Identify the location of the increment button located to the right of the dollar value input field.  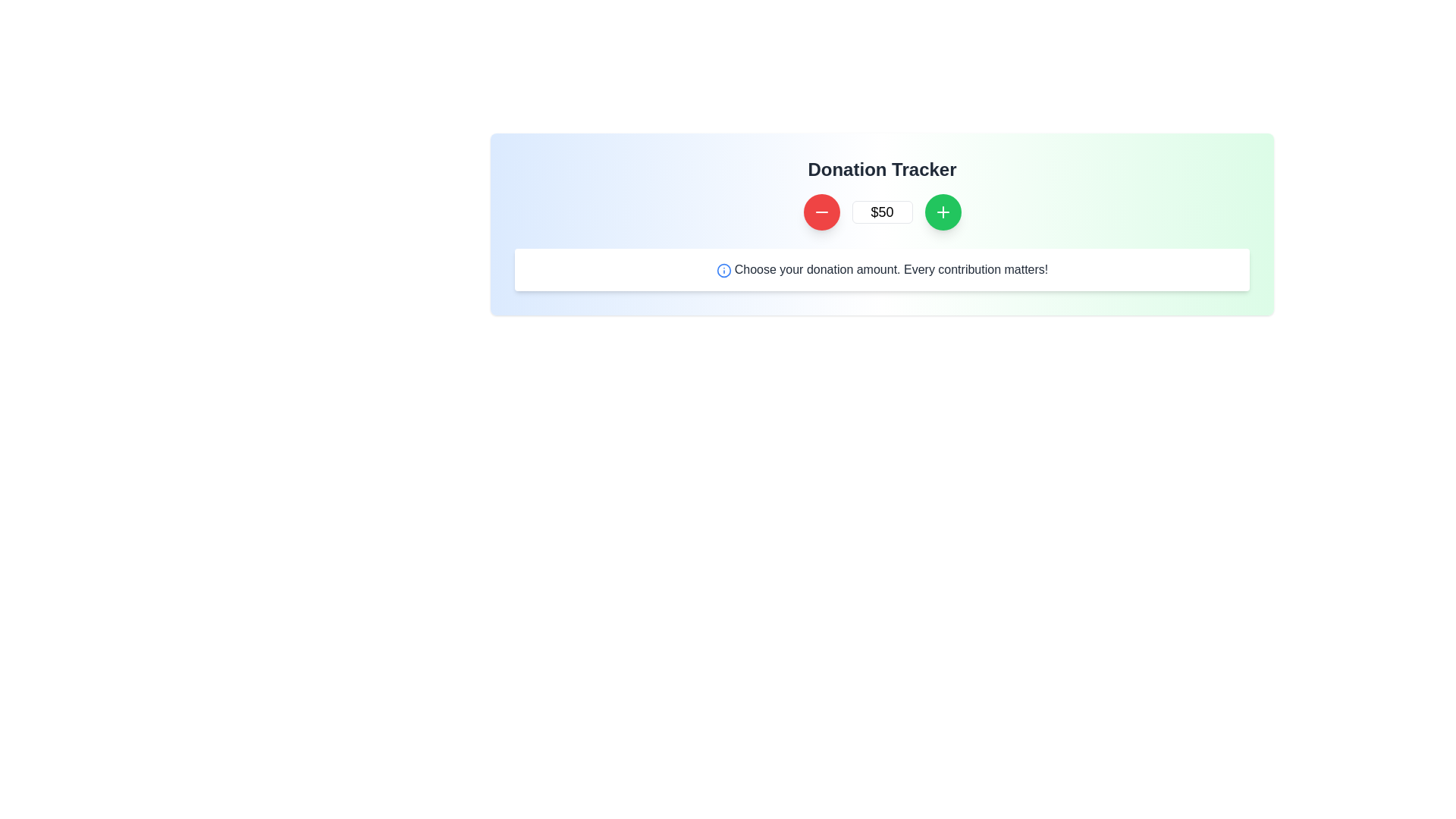
(942, 212).